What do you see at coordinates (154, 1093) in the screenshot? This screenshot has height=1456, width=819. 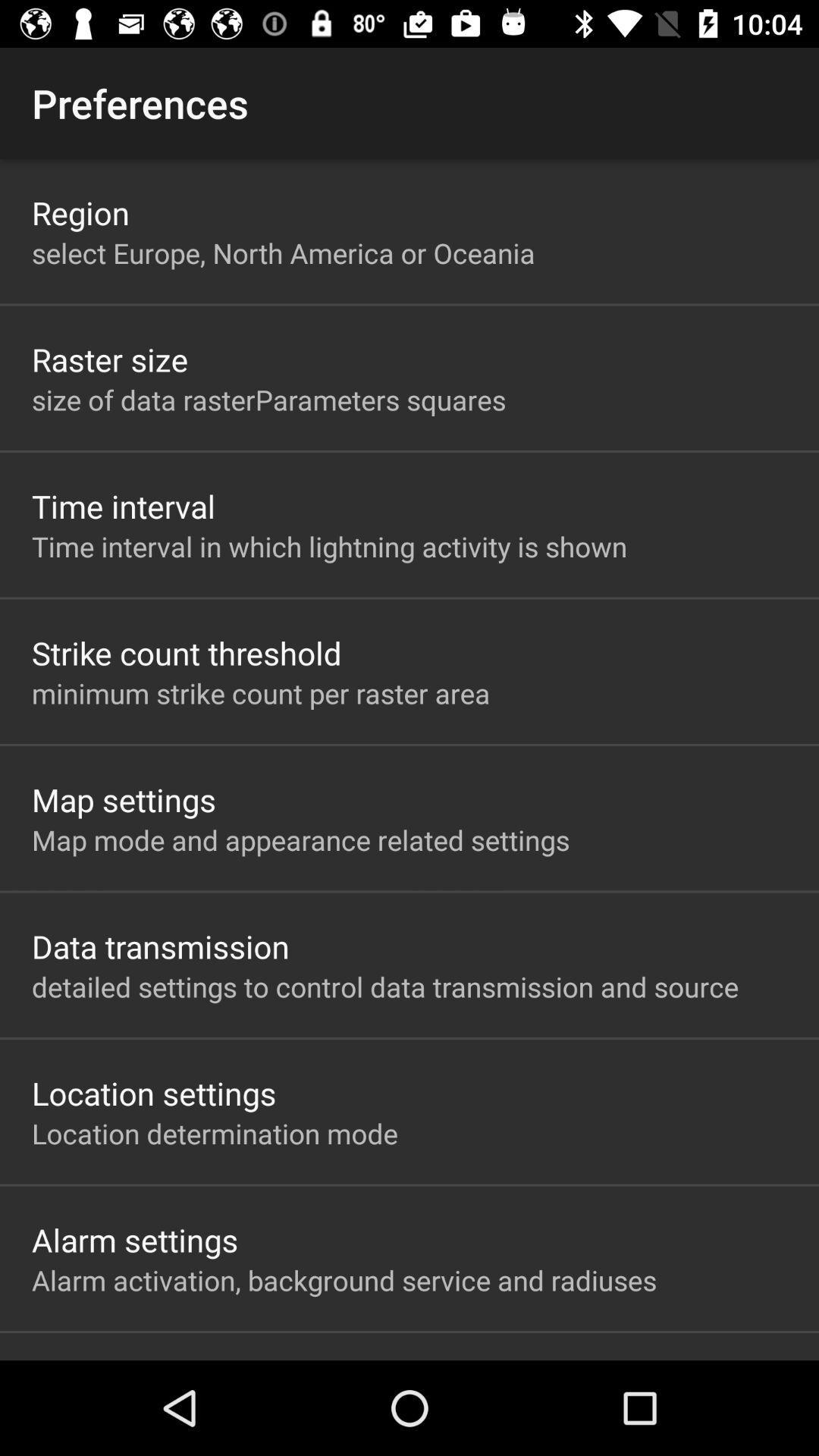 I see `icon below the detailed settings to item` at bounding box center [154, 1093].